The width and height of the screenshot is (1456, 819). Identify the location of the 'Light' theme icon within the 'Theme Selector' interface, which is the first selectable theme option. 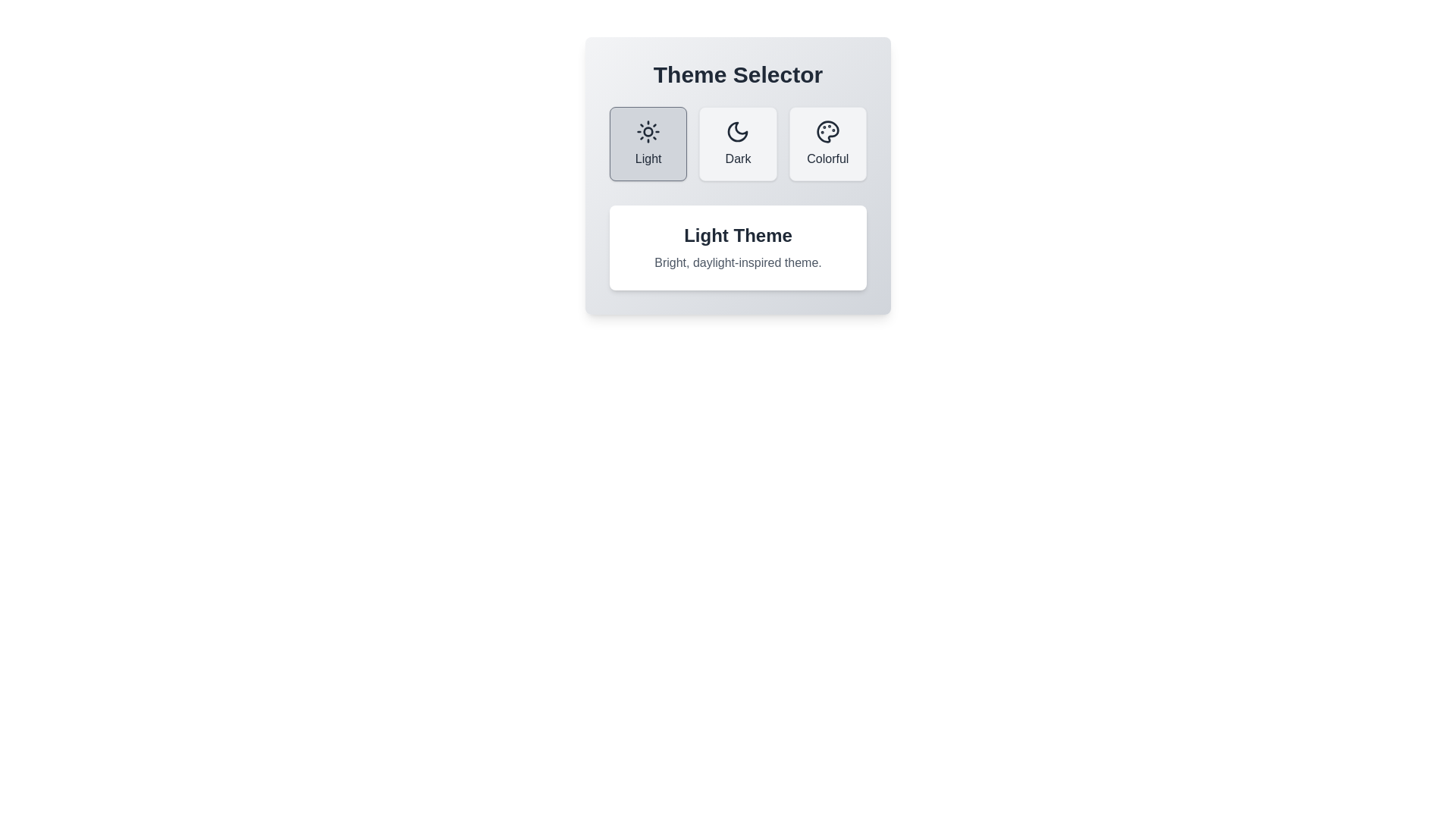
(648, 130).